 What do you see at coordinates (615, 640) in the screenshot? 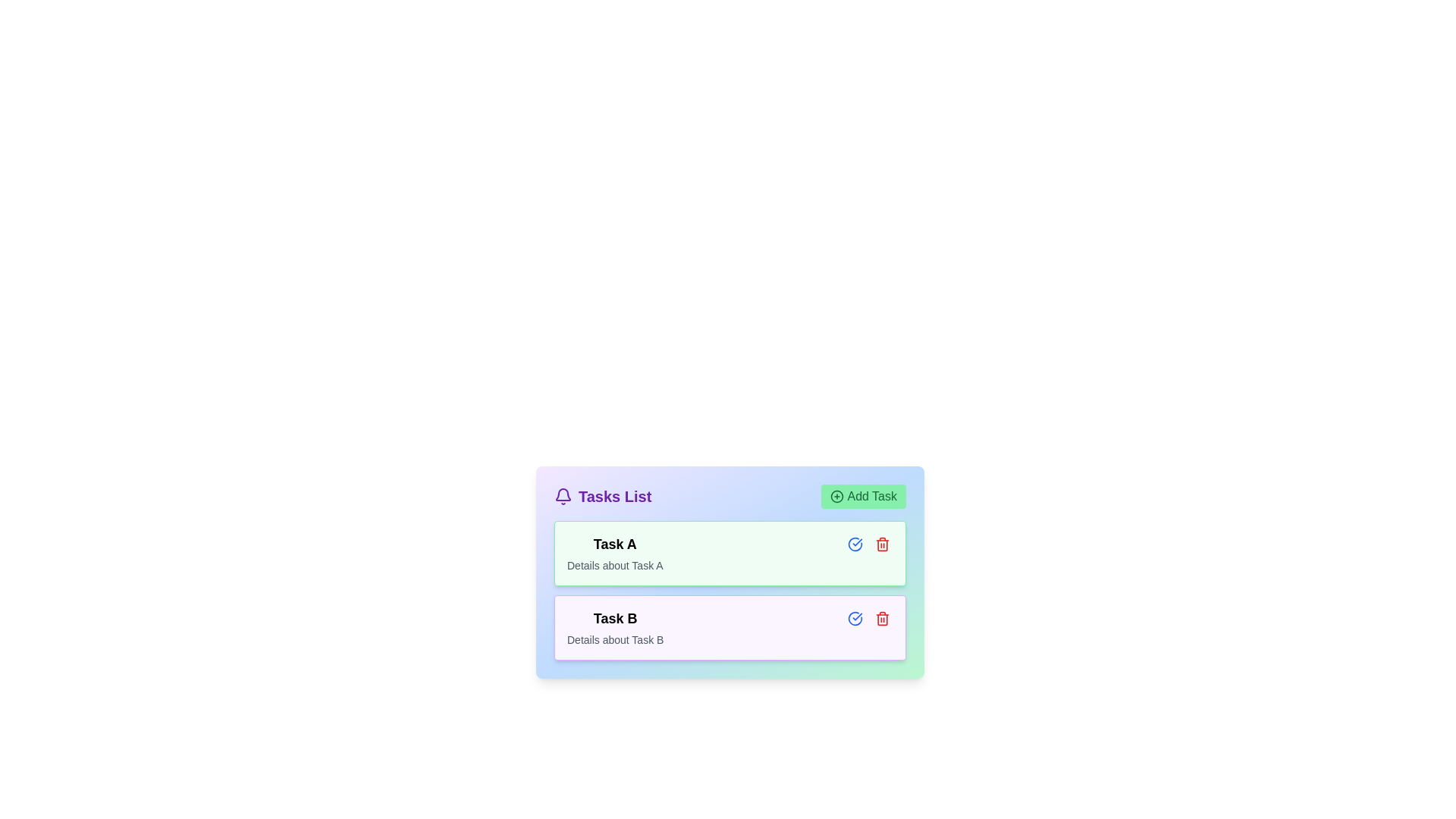
I see `the text label that reads 'Details about Task B', which is styled with a small font size and gray color, located directly beneath the heading 'Task B'` at bounding box center [615, 640].